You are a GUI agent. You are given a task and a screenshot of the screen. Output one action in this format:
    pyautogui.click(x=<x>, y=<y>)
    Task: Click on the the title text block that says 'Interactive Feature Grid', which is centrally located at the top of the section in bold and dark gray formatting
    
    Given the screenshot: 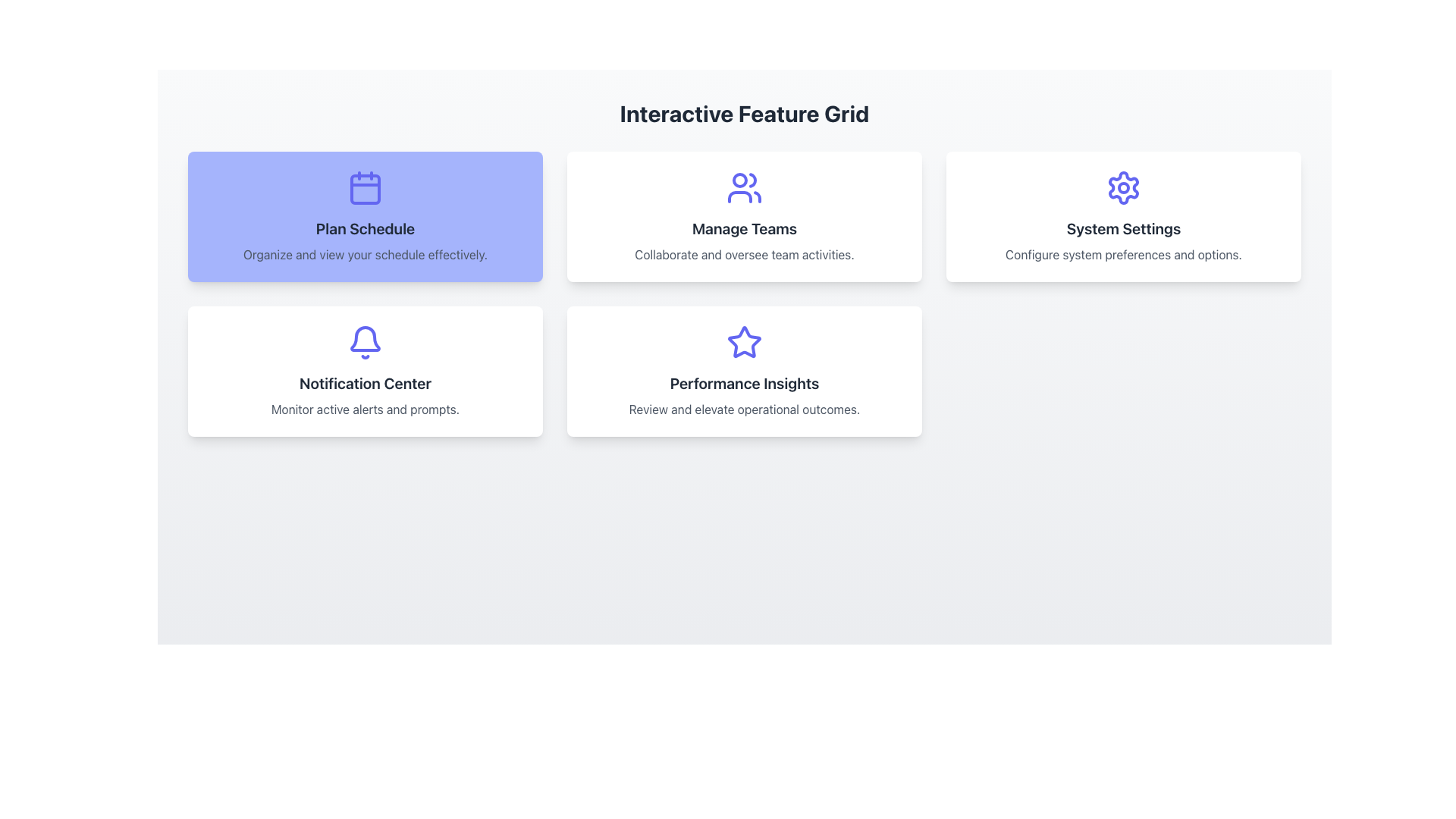 What is the action you would take?
    pyautogui.click(x=745, y=113)
    